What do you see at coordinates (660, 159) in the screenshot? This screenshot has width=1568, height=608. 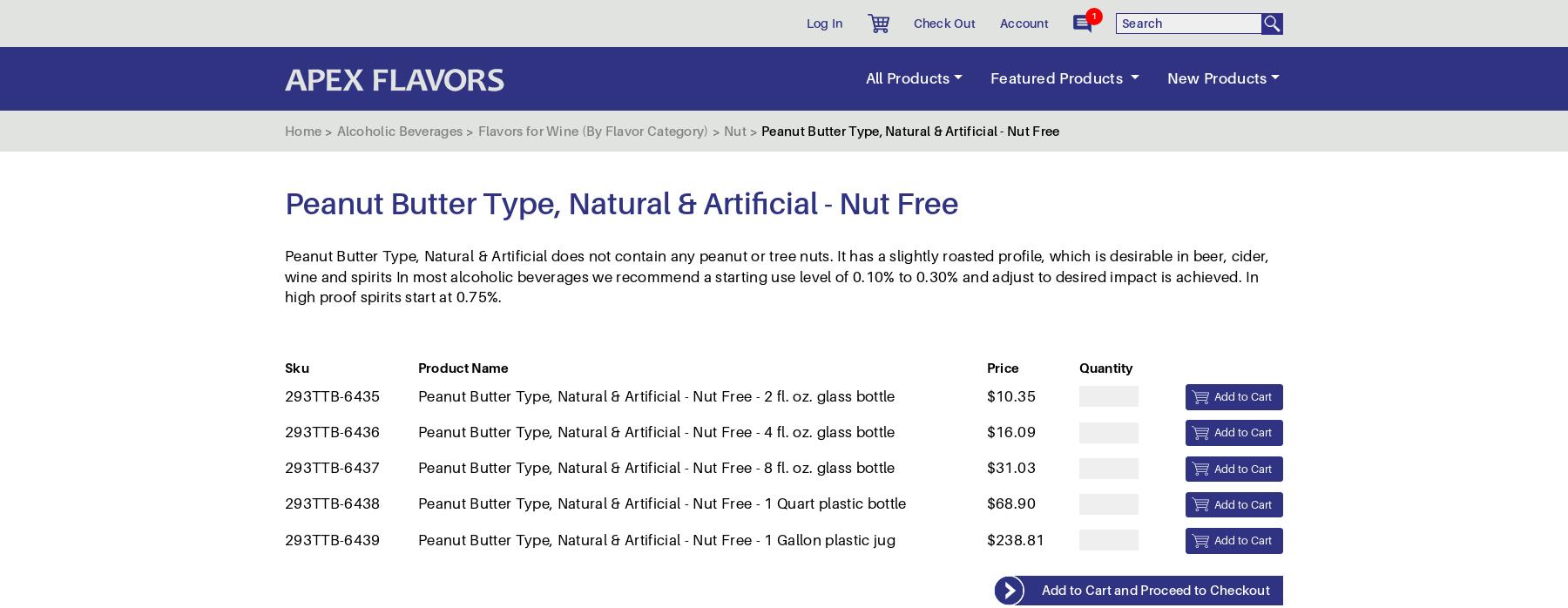 I see `'Peanut Butter Type, Natural & Artificial - Nut Free - 1 Quart plastic bottle'` at bounding box center [660, 159].